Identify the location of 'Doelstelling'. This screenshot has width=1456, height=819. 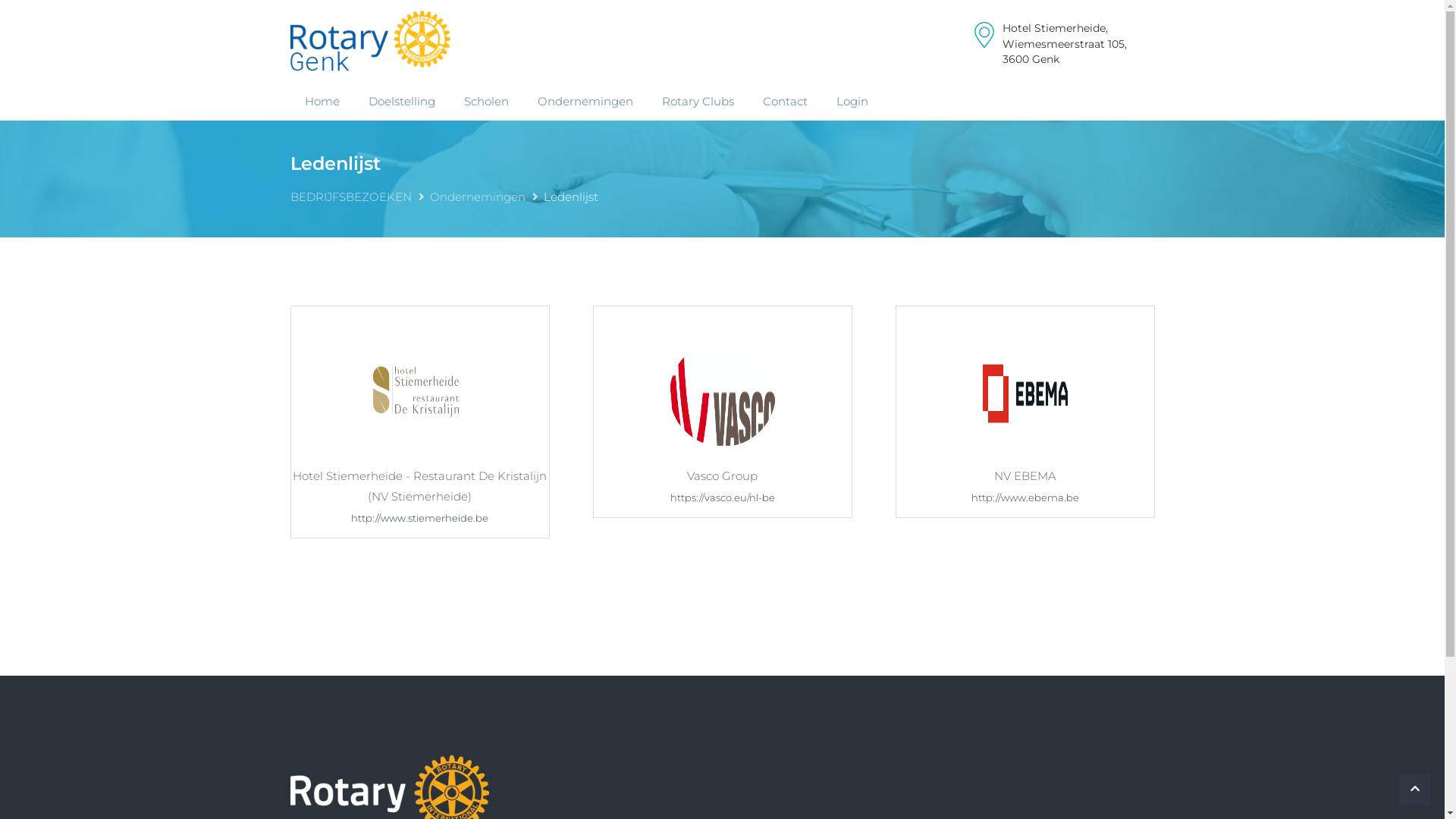
(400, 101).